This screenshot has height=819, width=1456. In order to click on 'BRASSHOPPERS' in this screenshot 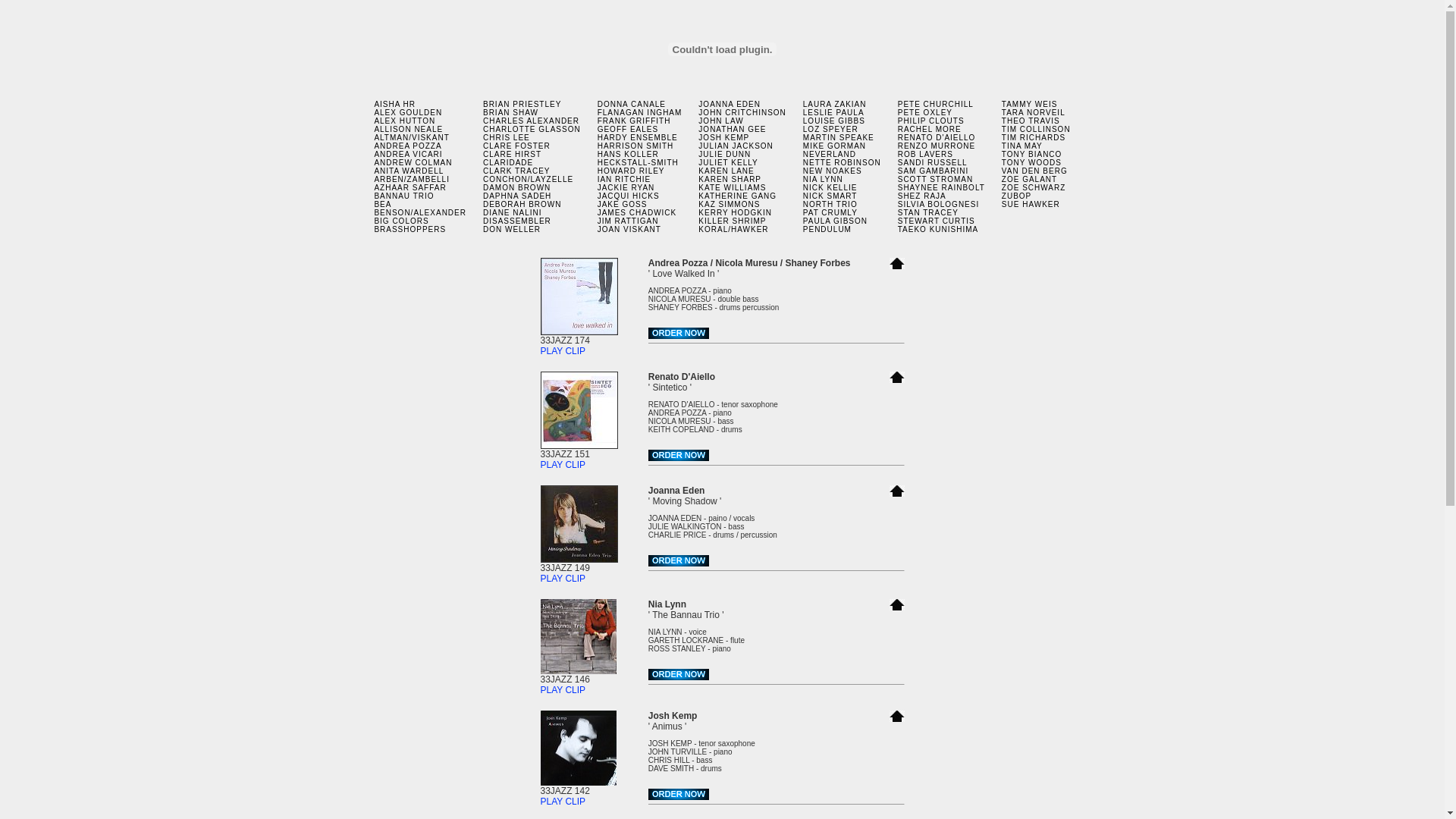, I will do `click(409, 229)`.